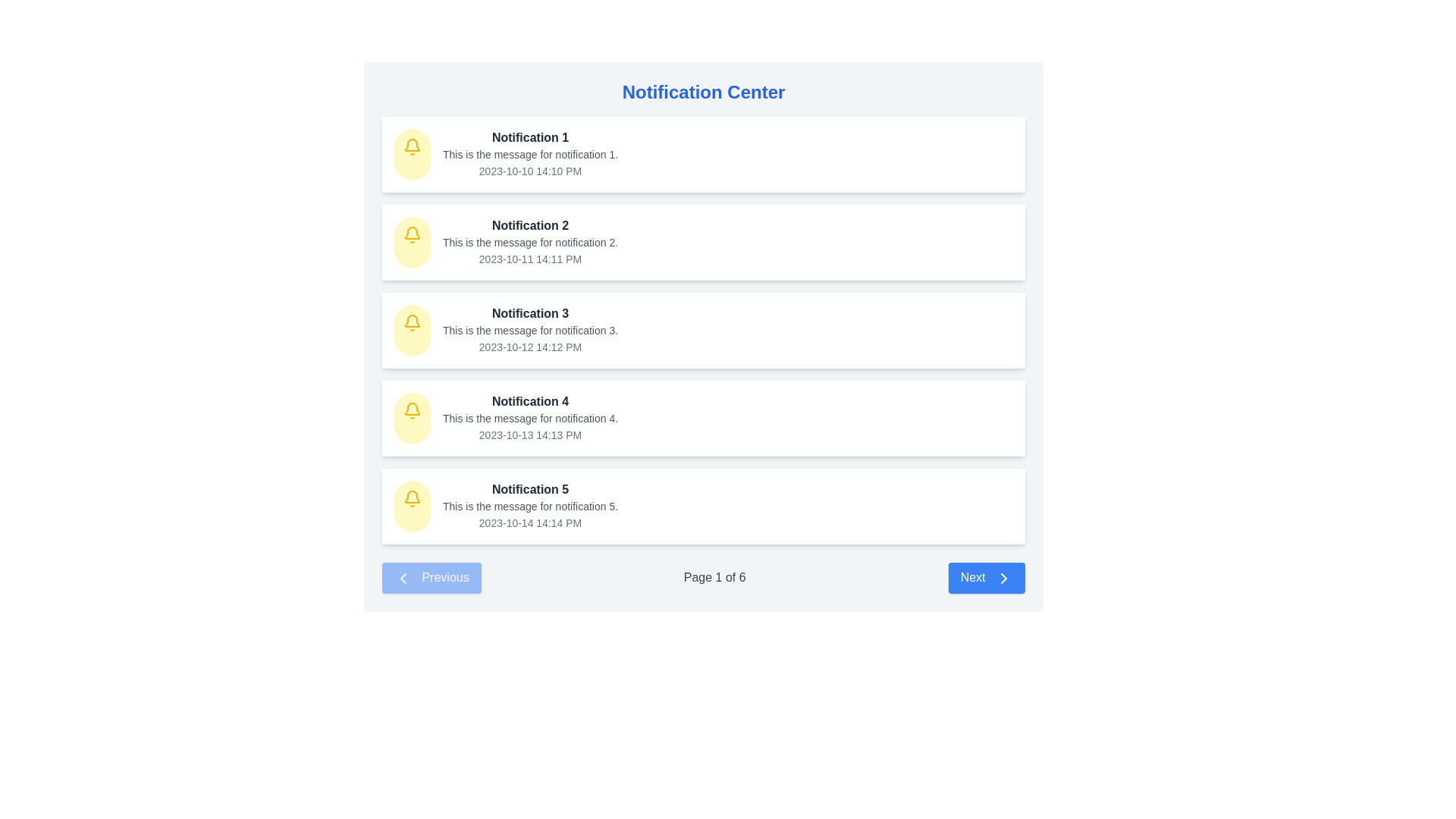 The width and height of the screenshot is (1456, 819). I want to click on the notification icon located on the left side of the notification box labeled 'Notification 4' in the notification list, so click(412, 418).